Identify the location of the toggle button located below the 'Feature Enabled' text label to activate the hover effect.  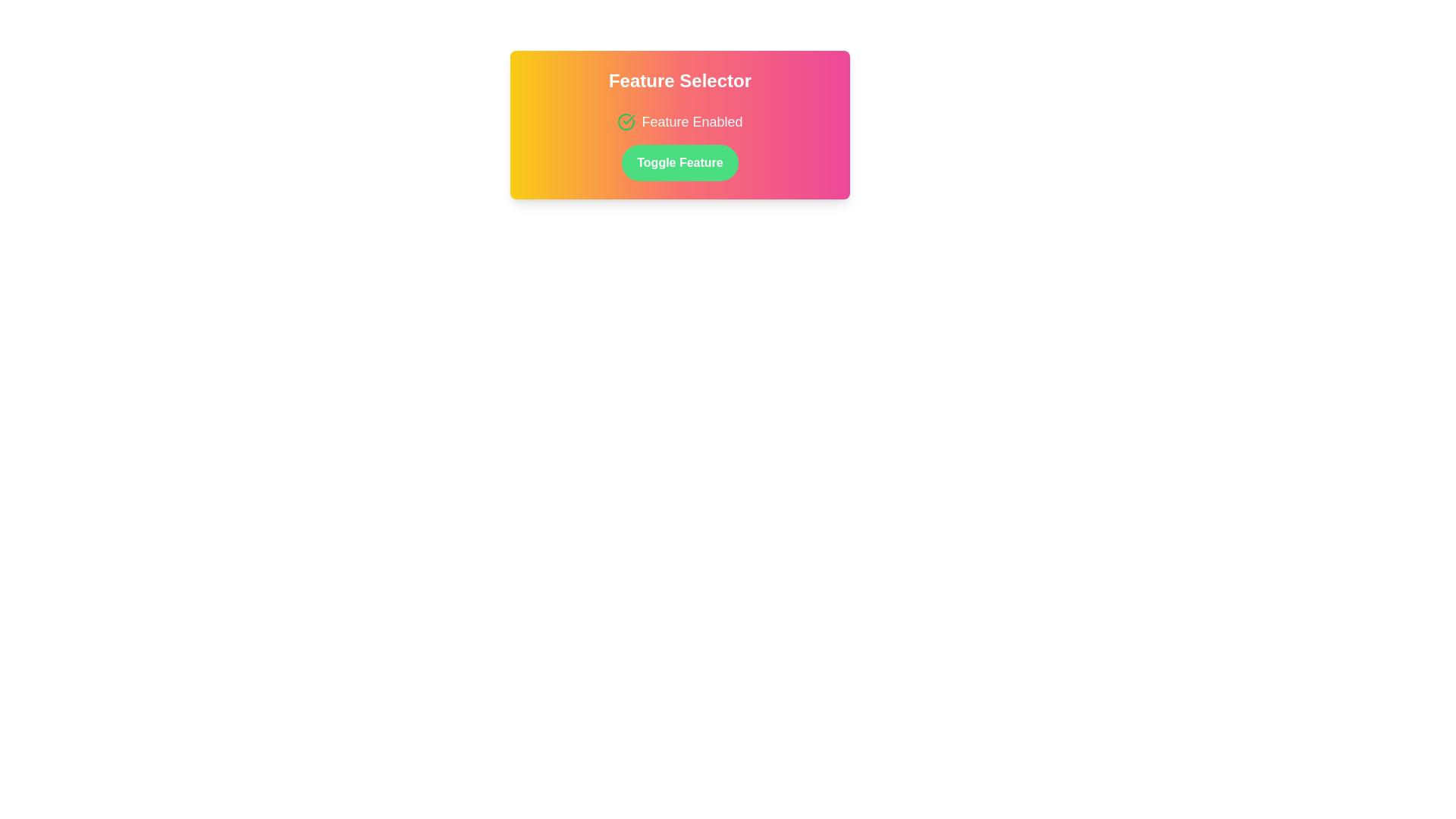
(679, 163).